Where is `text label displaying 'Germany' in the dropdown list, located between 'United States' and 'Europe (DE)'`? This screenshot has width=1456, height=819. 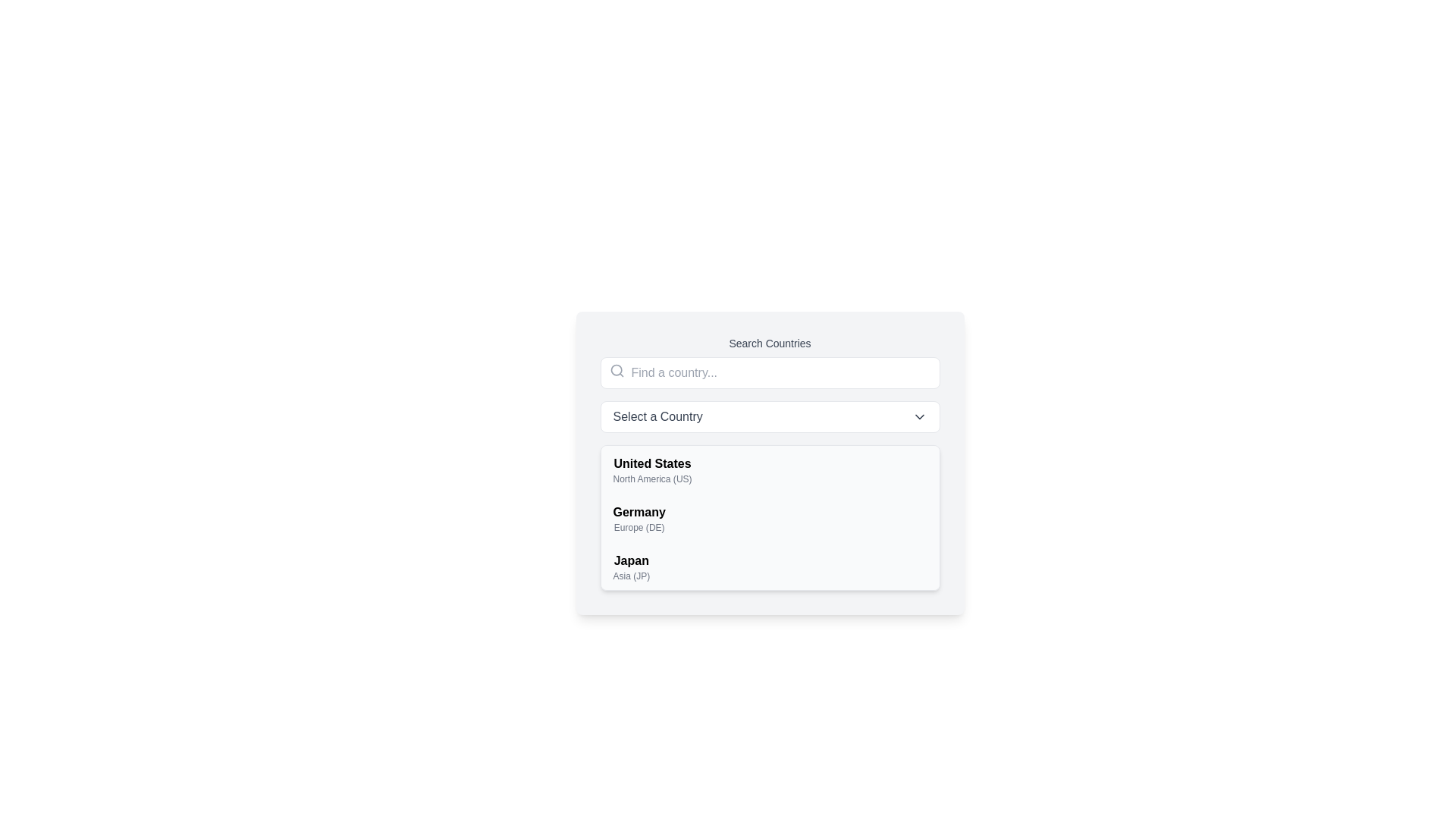 text label displaying 'Germany' in the dropdown list, located between 'United States' and 'Europe (DE)' is located at coordinates (639, 512).